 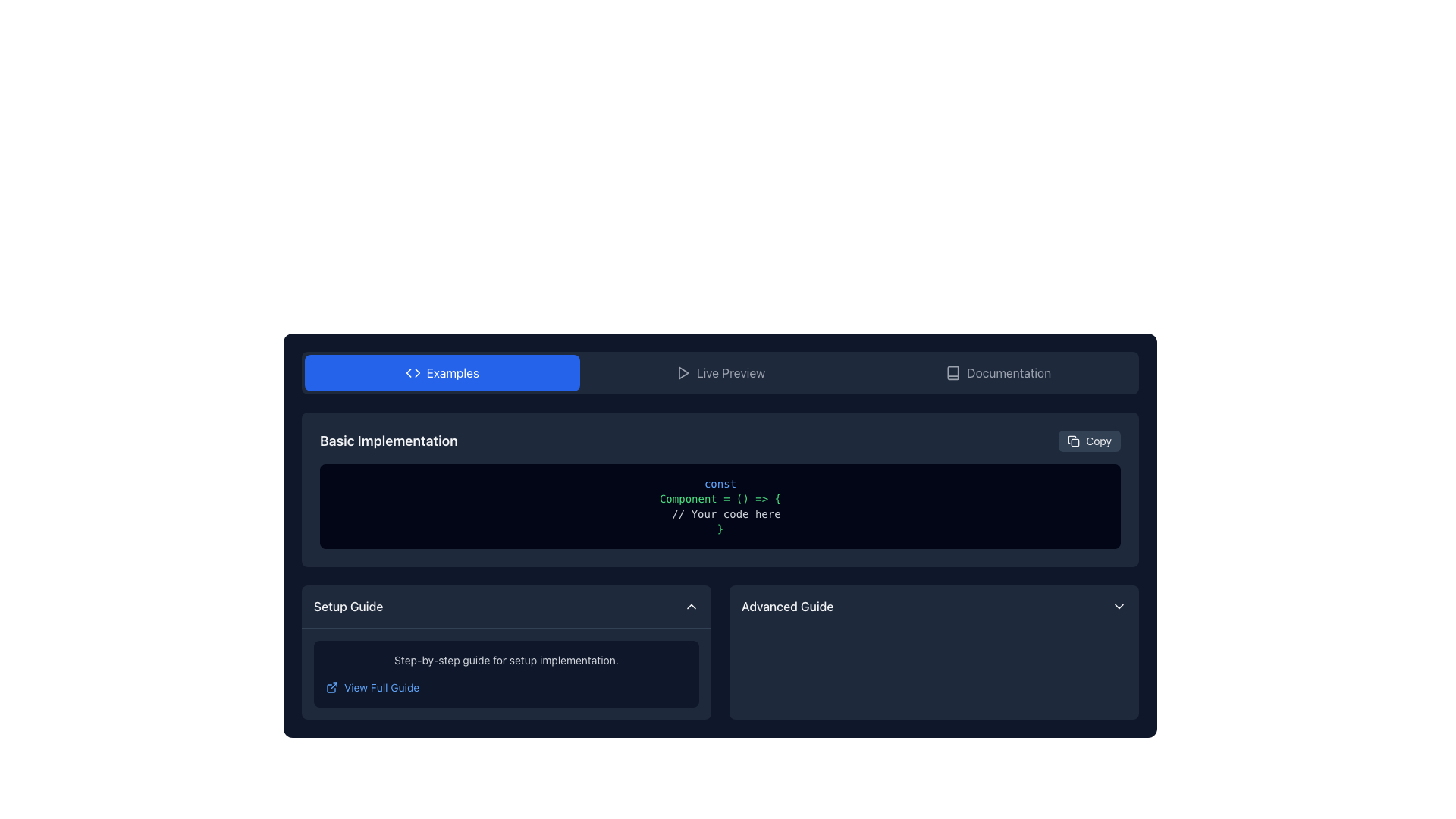 What do you see at coordinates (720, 499) in the screenshot?
I see `the text element that reads 'Component = () => {' styled in green monospaced font, located within the code block in the 'Basic Implementation' section` at bounding box center [720, 499].